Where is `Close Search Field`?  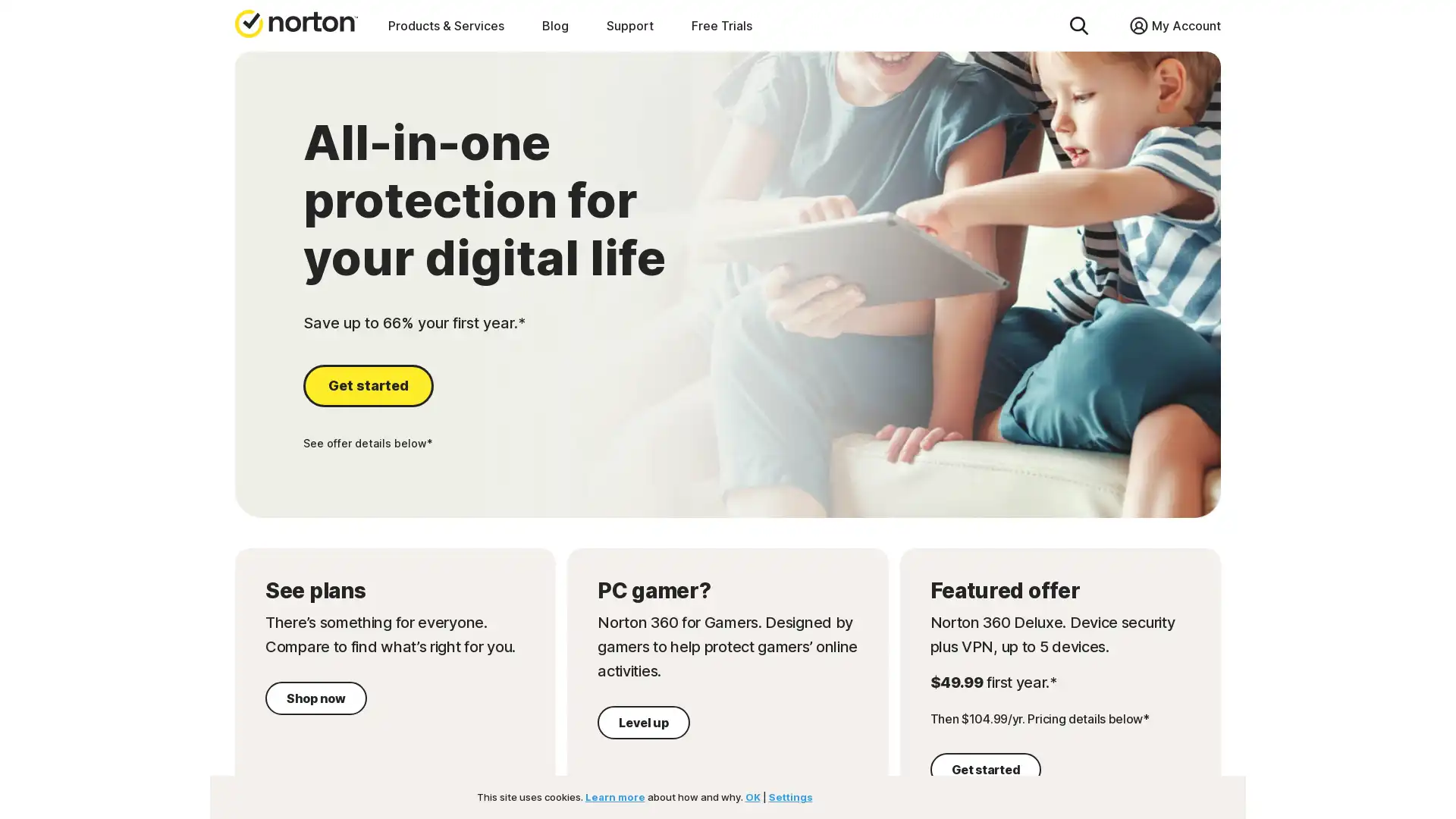
Close Search Field is located at coordinates (1084, 25).